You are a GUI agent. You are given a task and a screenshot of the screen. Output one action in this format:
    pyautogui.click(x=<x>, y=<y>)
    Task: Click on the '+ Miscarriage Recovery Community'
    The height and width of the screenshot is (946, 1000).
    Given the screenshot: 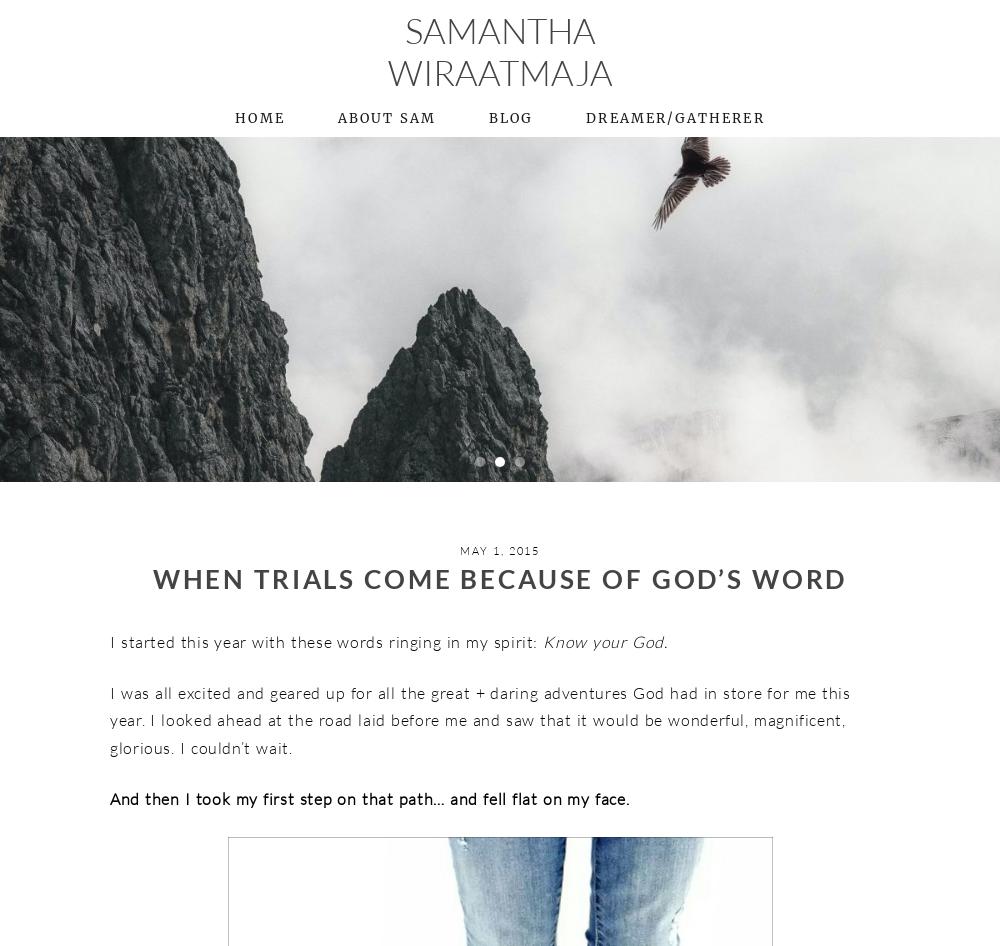 What is the action you would take?
    pyautogui.click(x=772, y=300)
    